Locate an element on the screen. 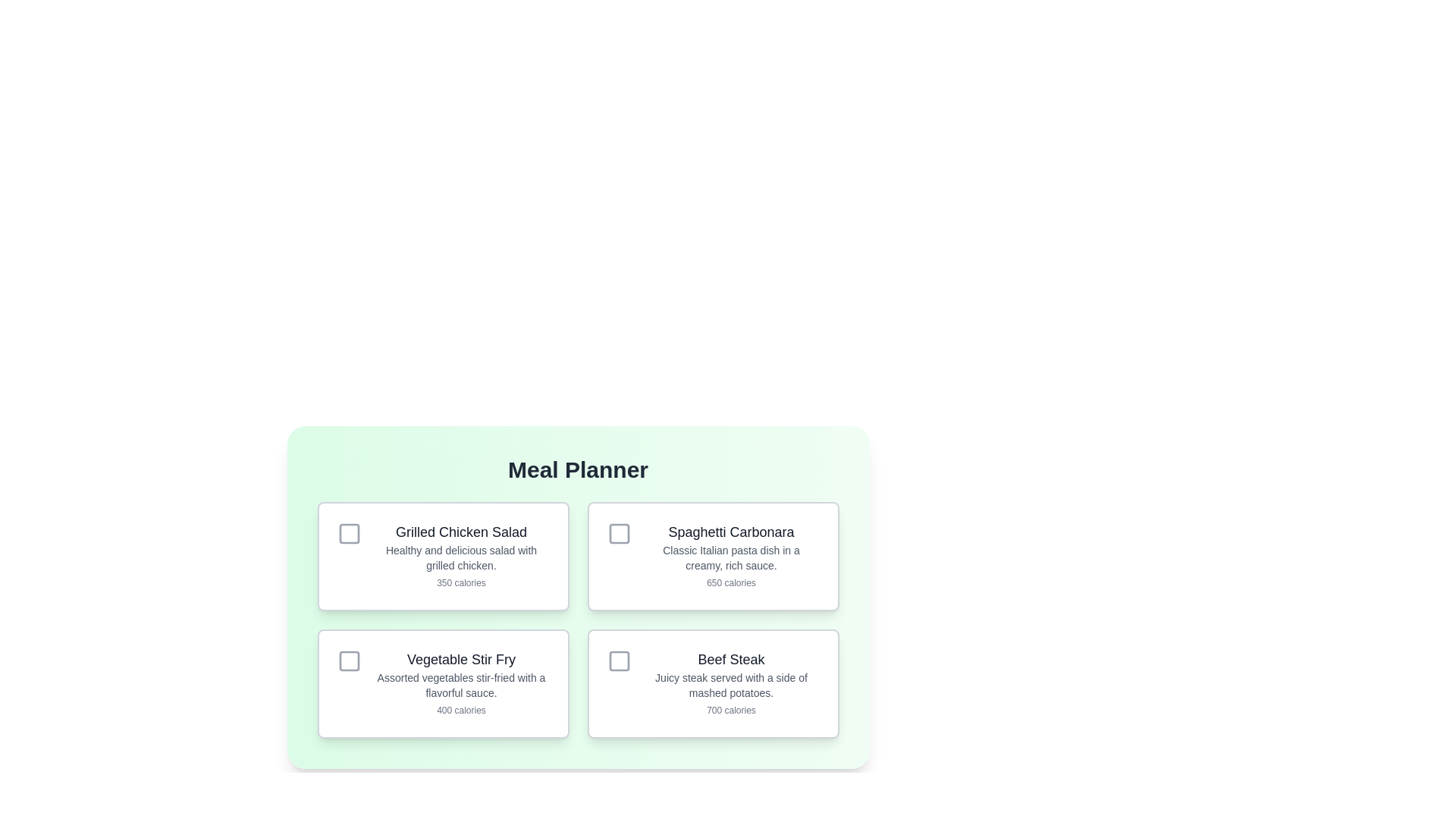 This screenshot has height=819, width=1456. and drag the checkbox card titled 'Beef Steak' to rearrange its position in the layout is located at coordinates (712, 684).